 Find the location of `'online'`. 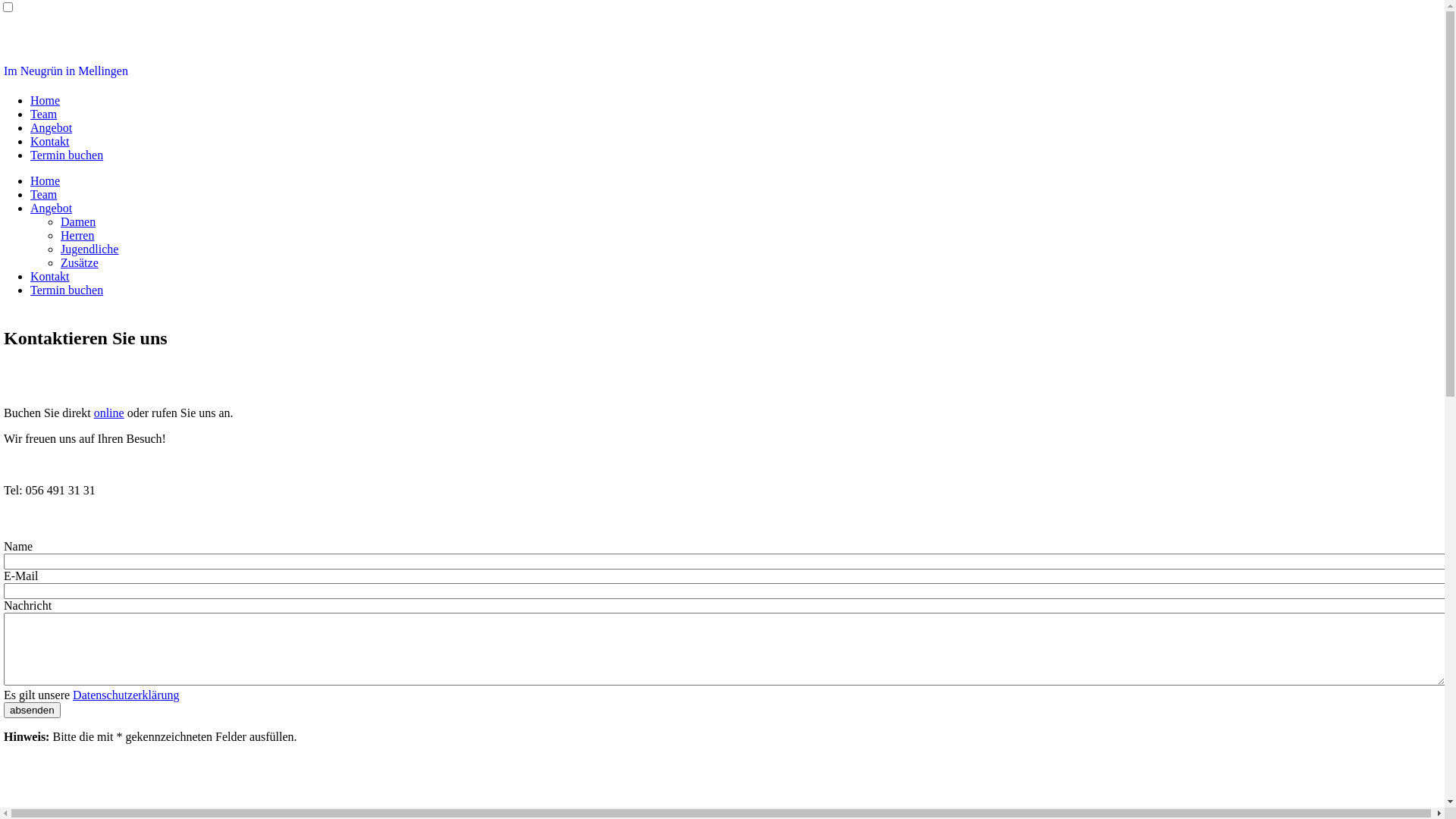

'online' is located at coordinates (108, 413).